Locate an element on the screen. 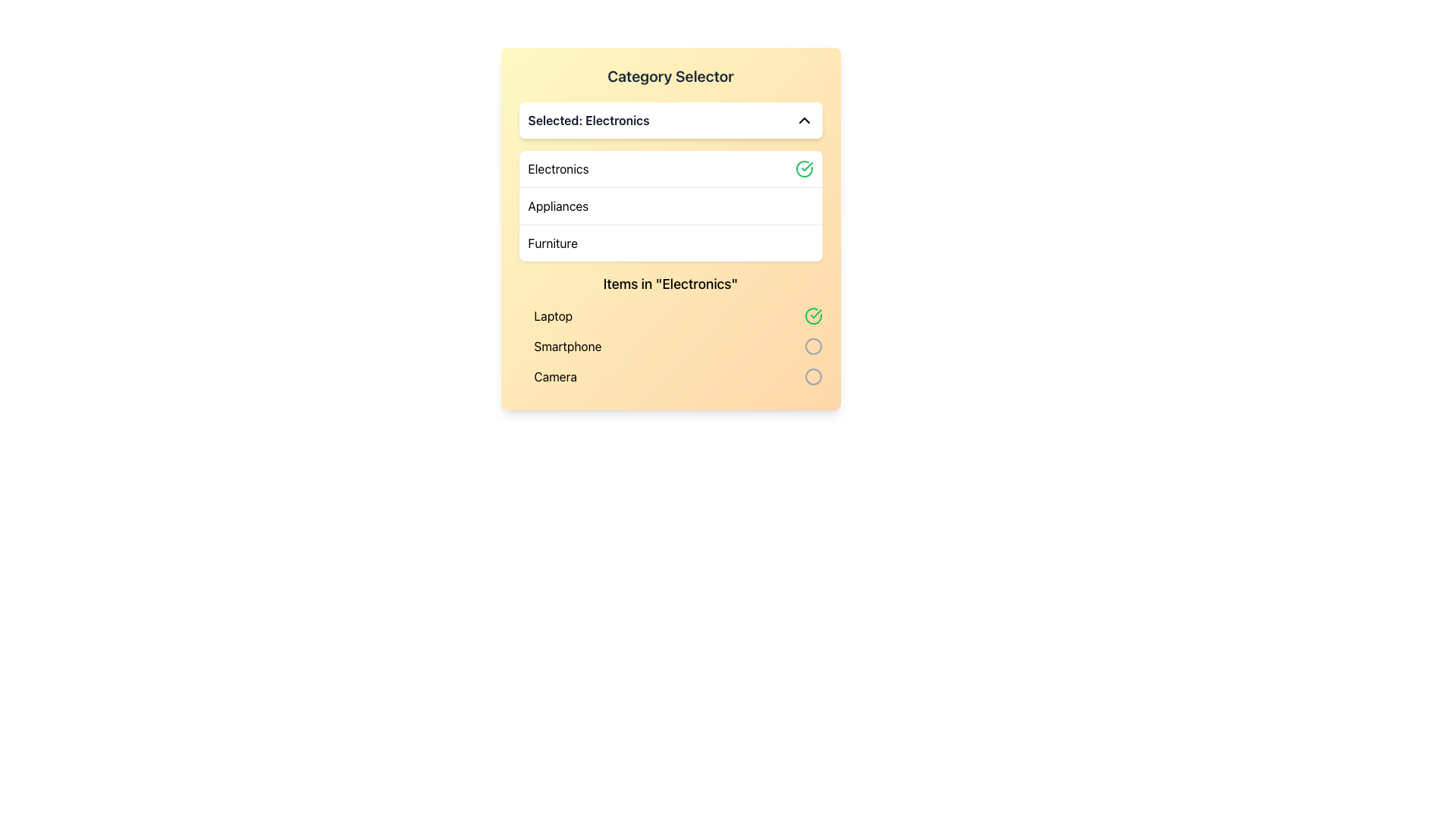 This screenshot has width=1456, height=819. the green circle with a checkmark inside, which is part of the SVG drawing next to the 'Electronics' option in the 'Category Selector' section is located at coordinates (812, 315).